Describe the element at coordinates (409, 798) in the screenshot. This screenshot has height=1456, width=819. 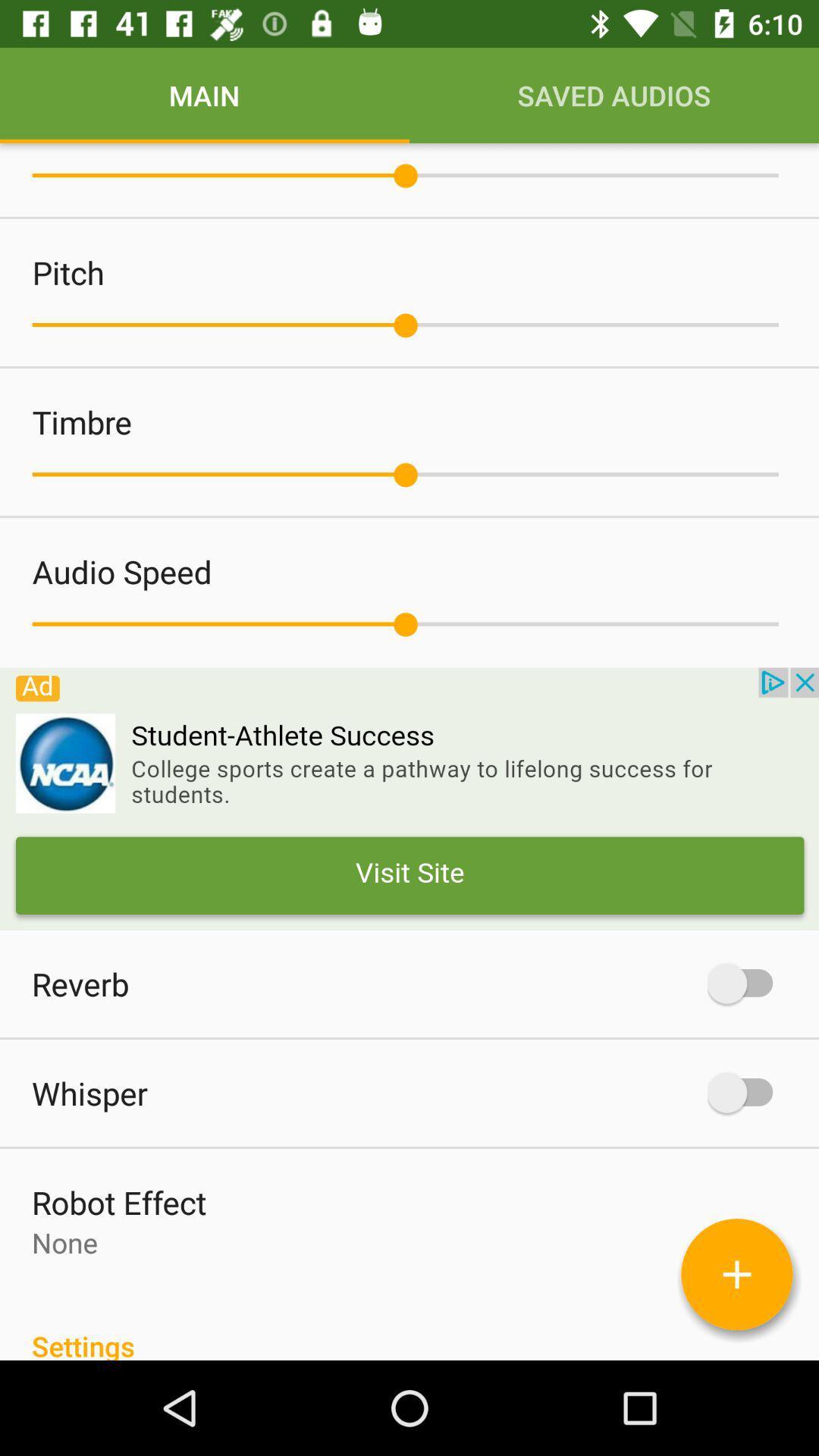
I see `advertisement` at that location.